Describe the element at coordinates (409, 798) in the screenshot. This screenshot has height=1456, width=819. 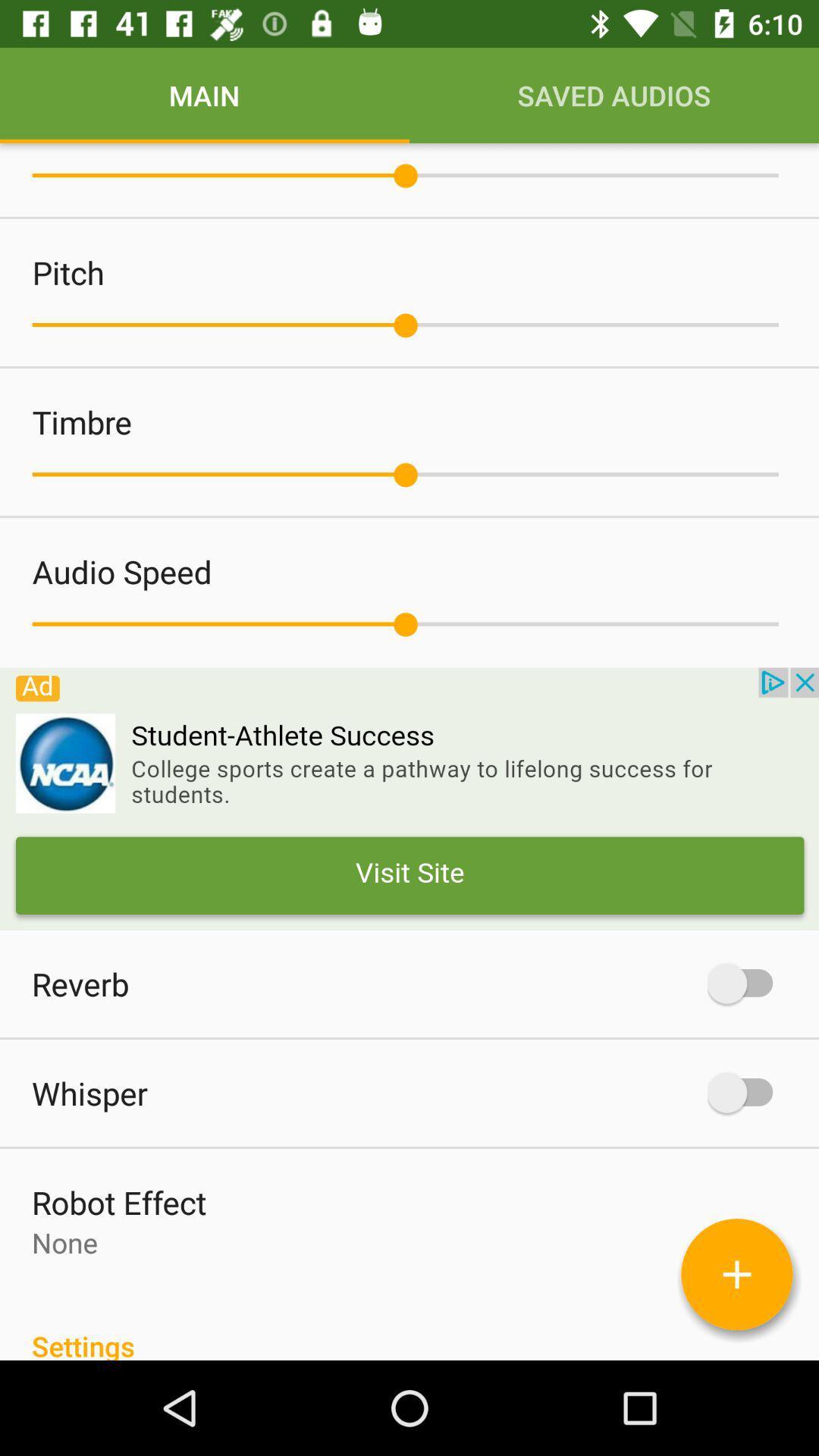
I see `advertisement` at that location.